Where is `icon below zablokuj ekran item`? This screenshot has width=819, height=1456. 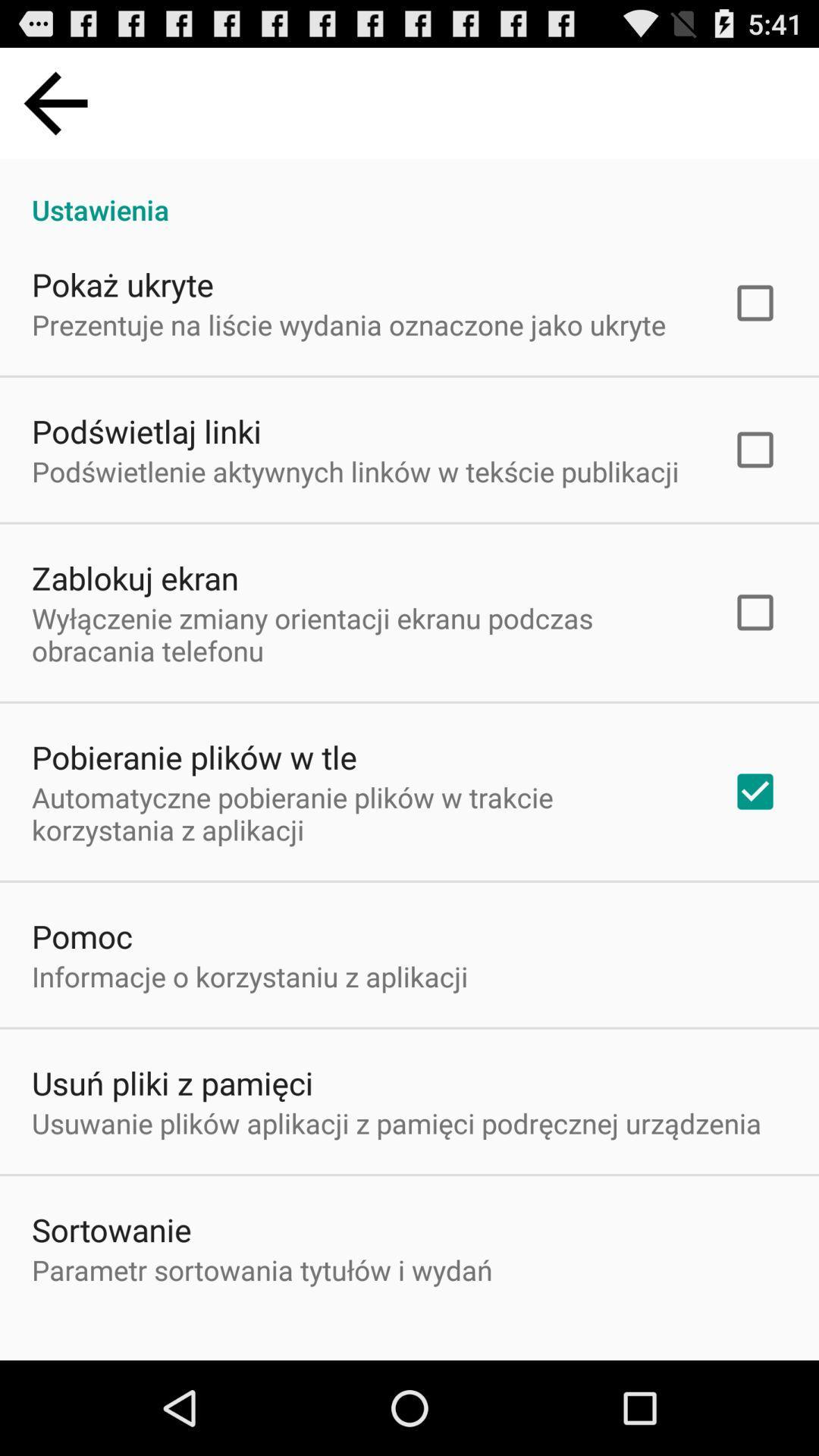 icon below zablokuj ekran item is located at coordinates (362, 634).